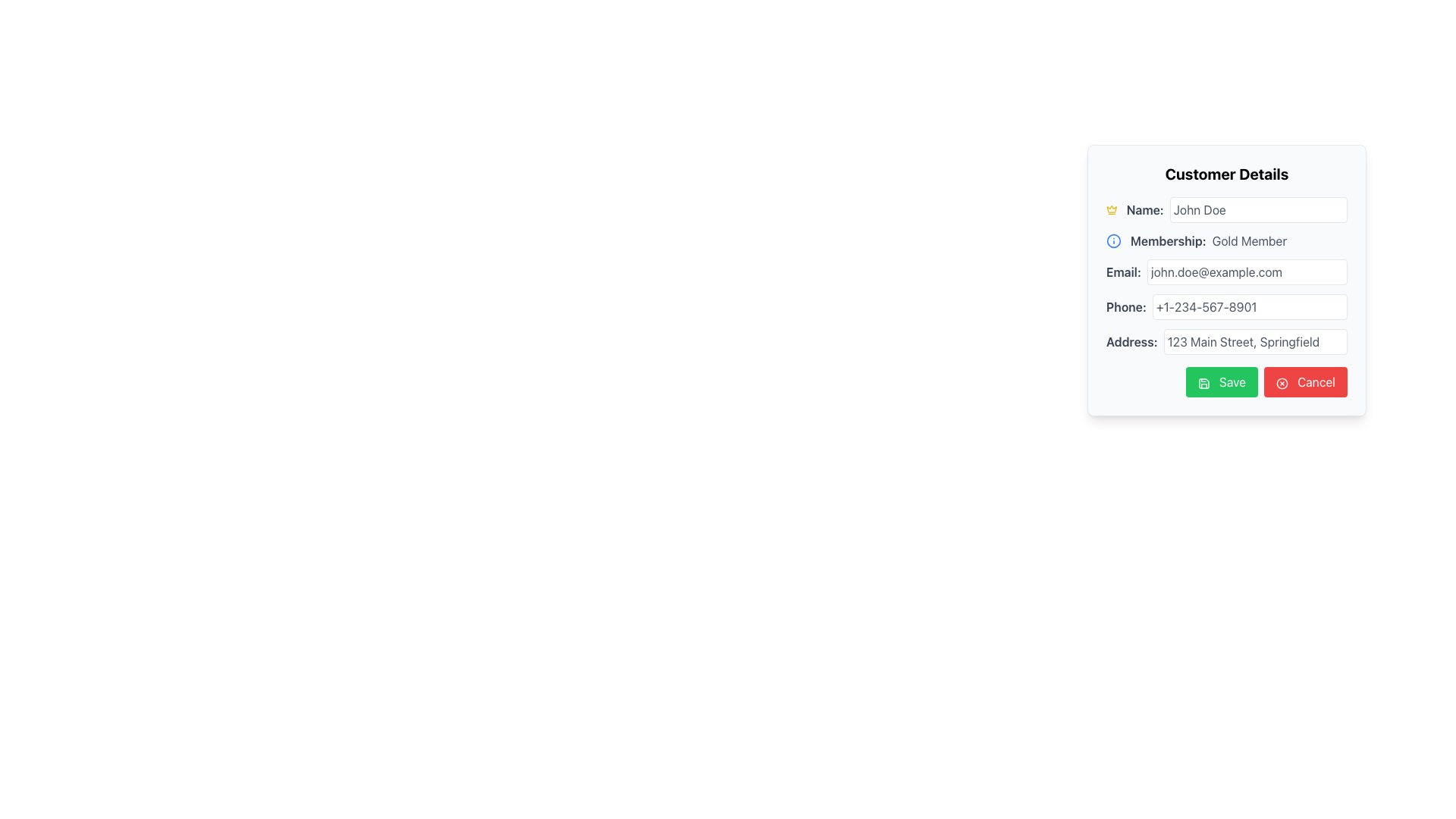 This screenshot has height=819, width=1456. I want to click on the text label for the 'Phone:' input field in the 'Customer Details' card, which guides the user to fill out the phone number correctly, so click(1126, 307).